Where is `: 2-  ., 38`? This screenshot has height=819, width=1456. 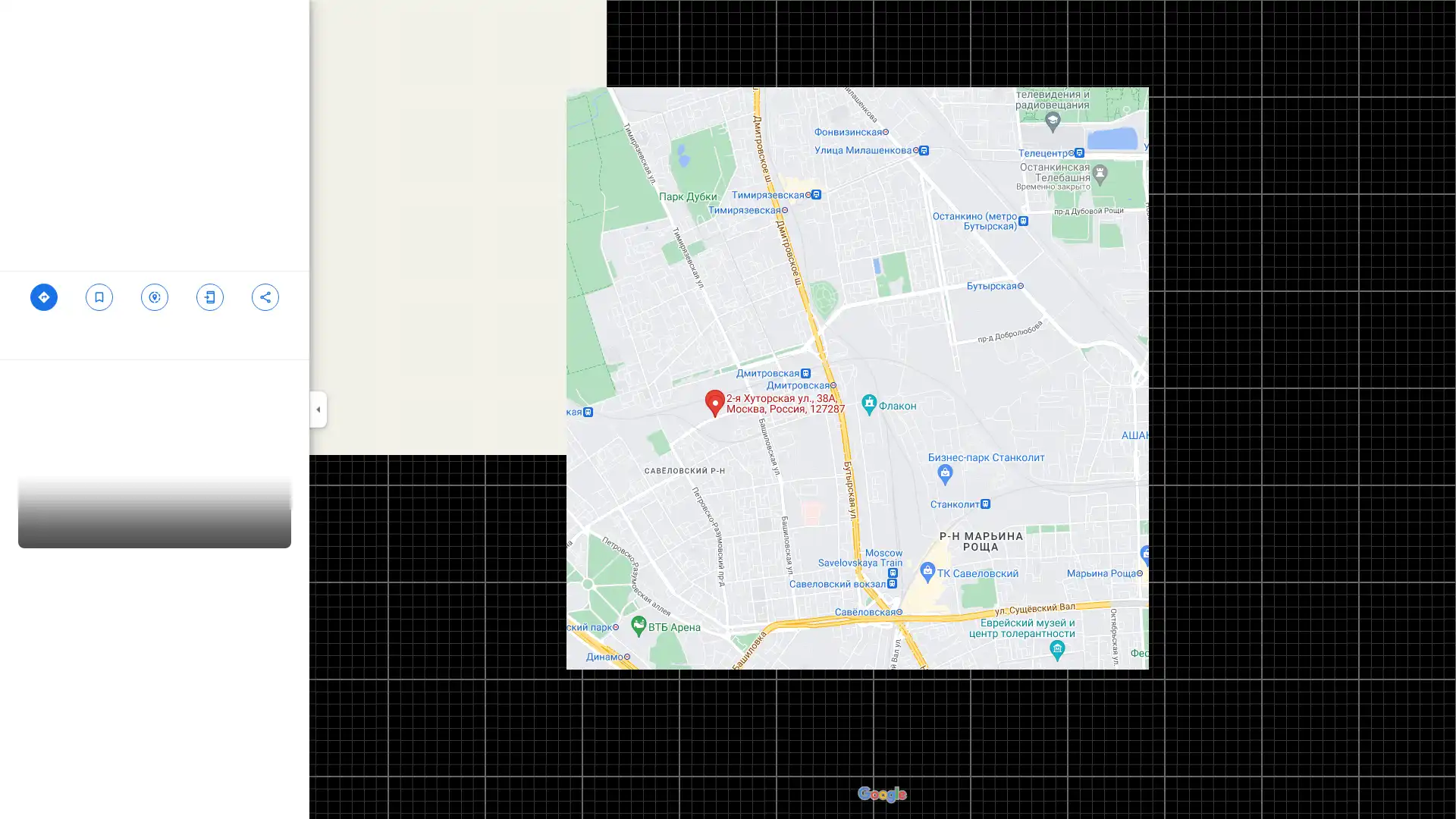
: 2-  ., 38 is located at coordinates (209, 309).